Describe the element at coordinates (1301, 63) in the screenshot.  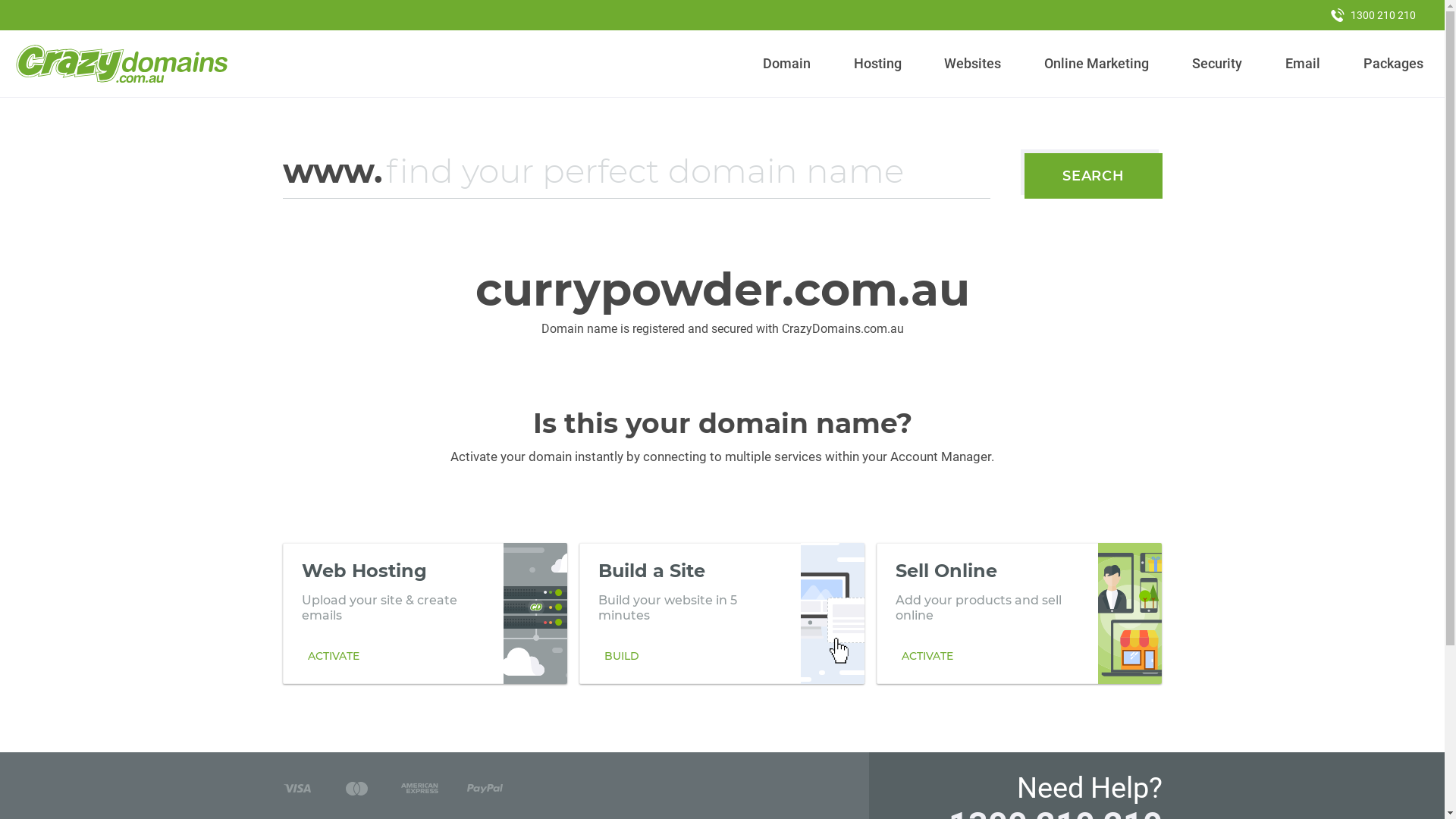
I see `'Email'` at that location.